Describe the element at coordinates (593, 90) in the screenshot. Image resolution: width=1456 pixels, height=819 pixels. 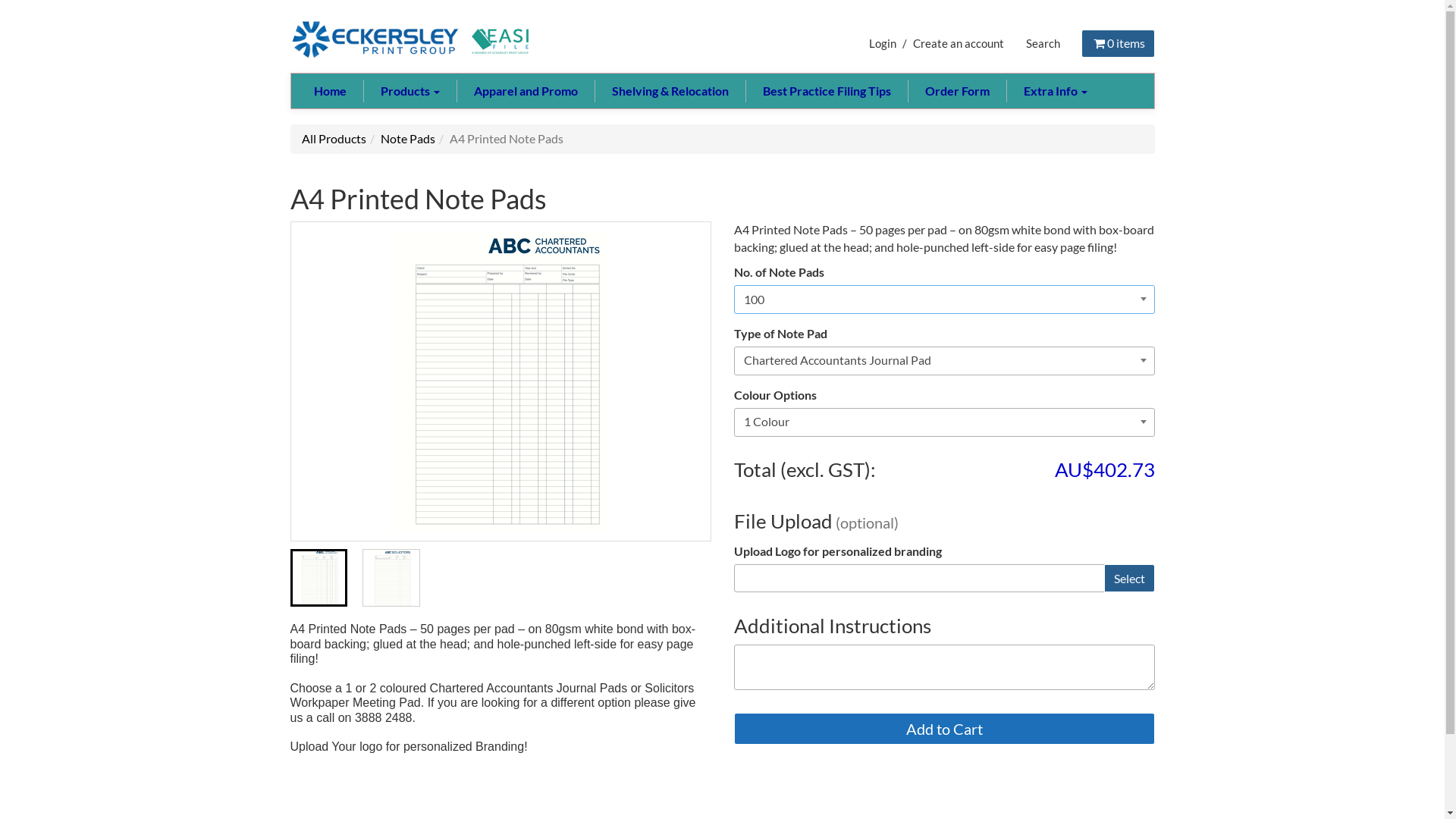
I see `'Shelving & Relocation'` at that location.